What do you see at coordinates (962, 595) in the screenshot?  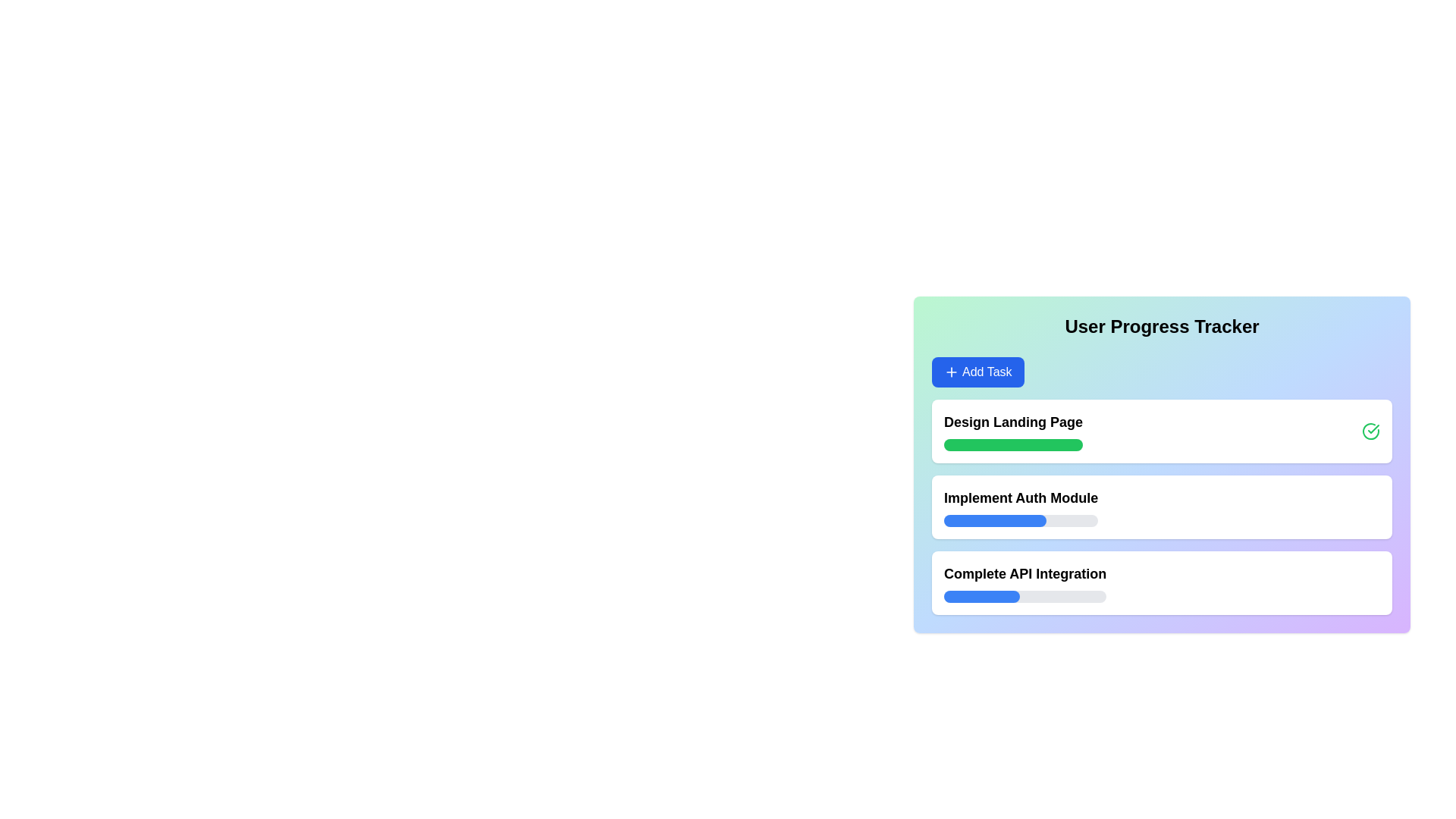 I see `the progress bar completion` at bounding box center [962, 595].